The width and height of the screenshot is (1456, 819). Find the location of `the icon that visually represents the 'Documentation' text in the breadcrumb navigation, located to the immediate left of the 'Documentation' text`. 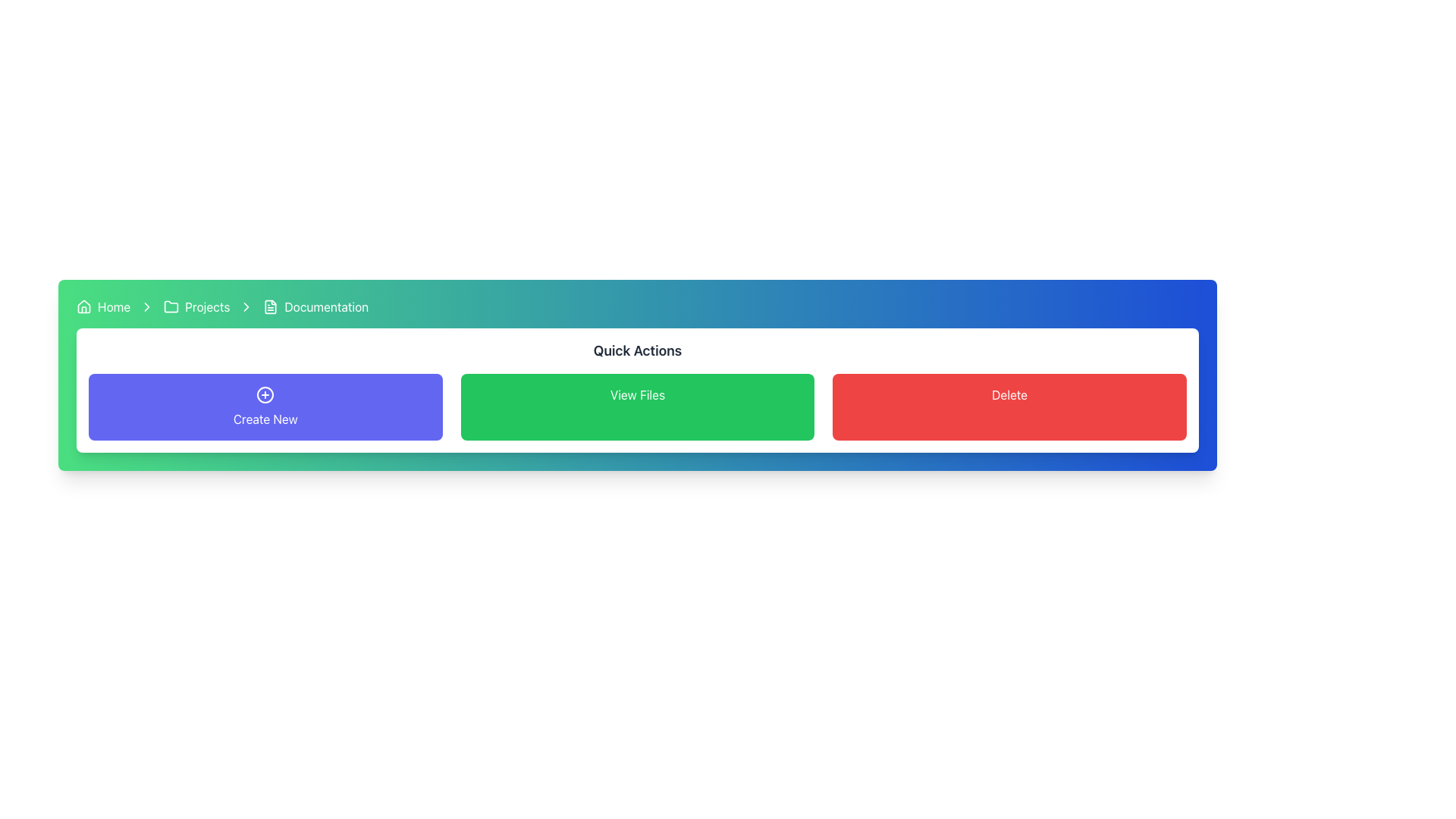

the icon that visually represents the 'Documentation' text in the breadcrumb navigation, located to the immediate left of the 'Documentation' text is located at coordinates (271, 307).